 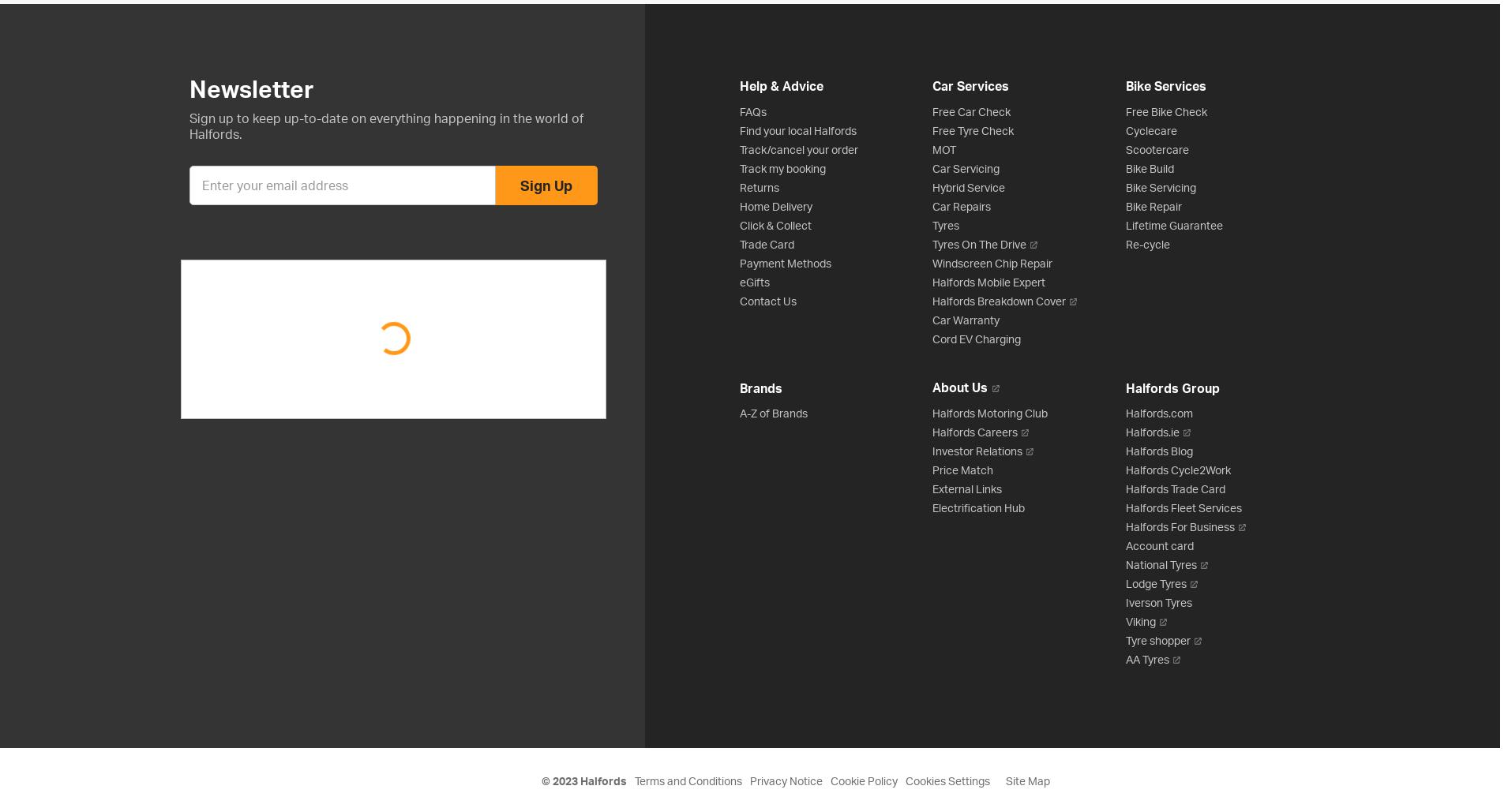 What do you see at coordinates (1183, 507) in the screenshot?
I see `'Halfords Fleet Services'` at bounding box center [1183, 507].